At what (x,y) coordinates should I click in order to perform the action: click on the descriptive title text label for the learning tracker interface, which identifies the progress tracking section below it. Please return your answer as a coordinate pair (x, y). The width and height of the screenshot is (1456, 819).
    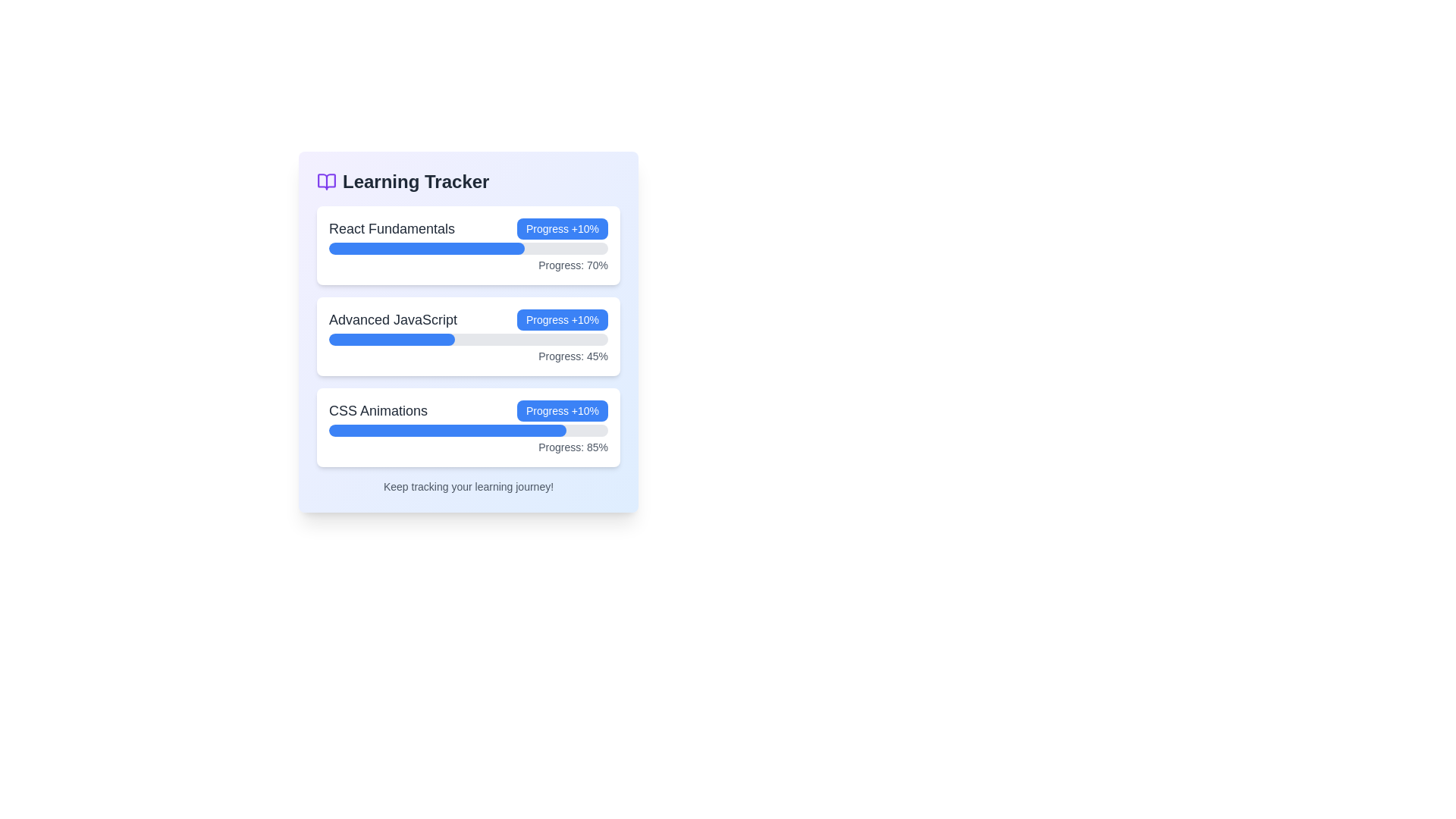
    Looking at the image, I should click on (393, 318).